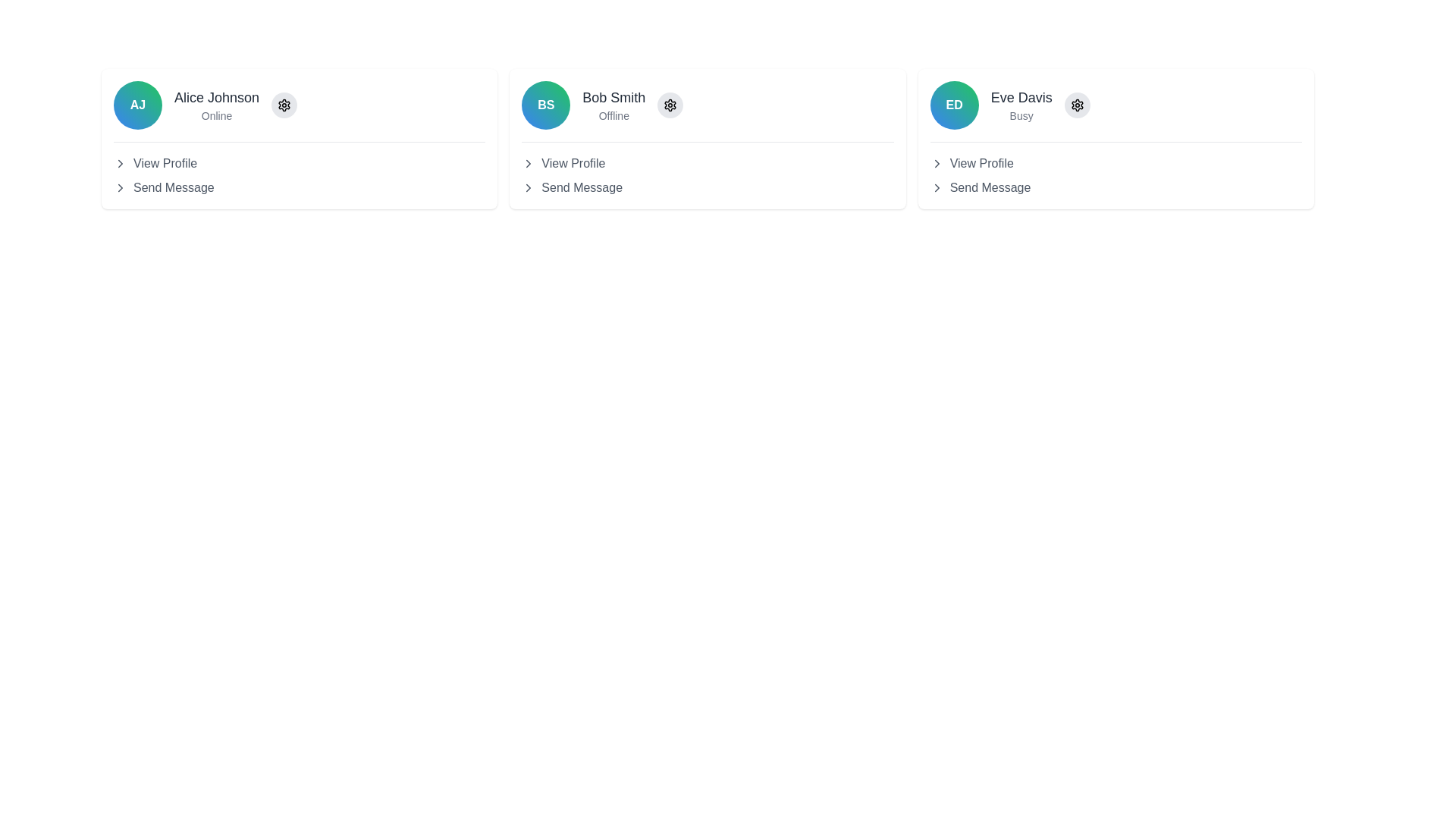 The image size is (1456, 819). Describe the element at coordinates (936, 187) in the screenshot. I see `the right-facing chevron icon located to the right of the 'Send Message' label in the profile card for 'Eve Davis'` at that location.